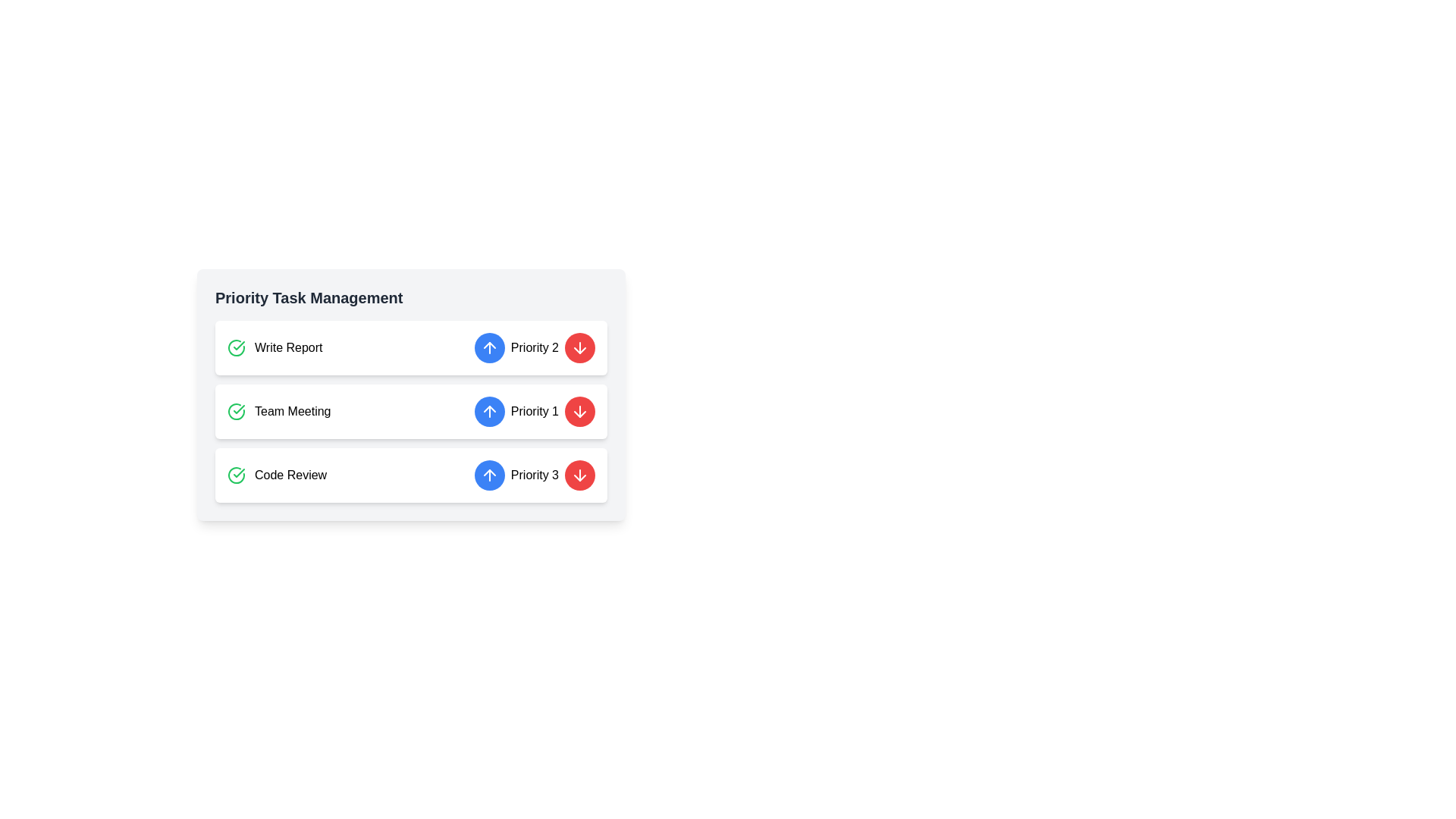 Image resolution: width=1456 pixels, height=819 pixels. Describe the element at coordinates (535, 348) in the screenshot. I see `the text label displaying 'Priority 2', which is located in the second row of a task management list, between a blue button and a red button` at that location.